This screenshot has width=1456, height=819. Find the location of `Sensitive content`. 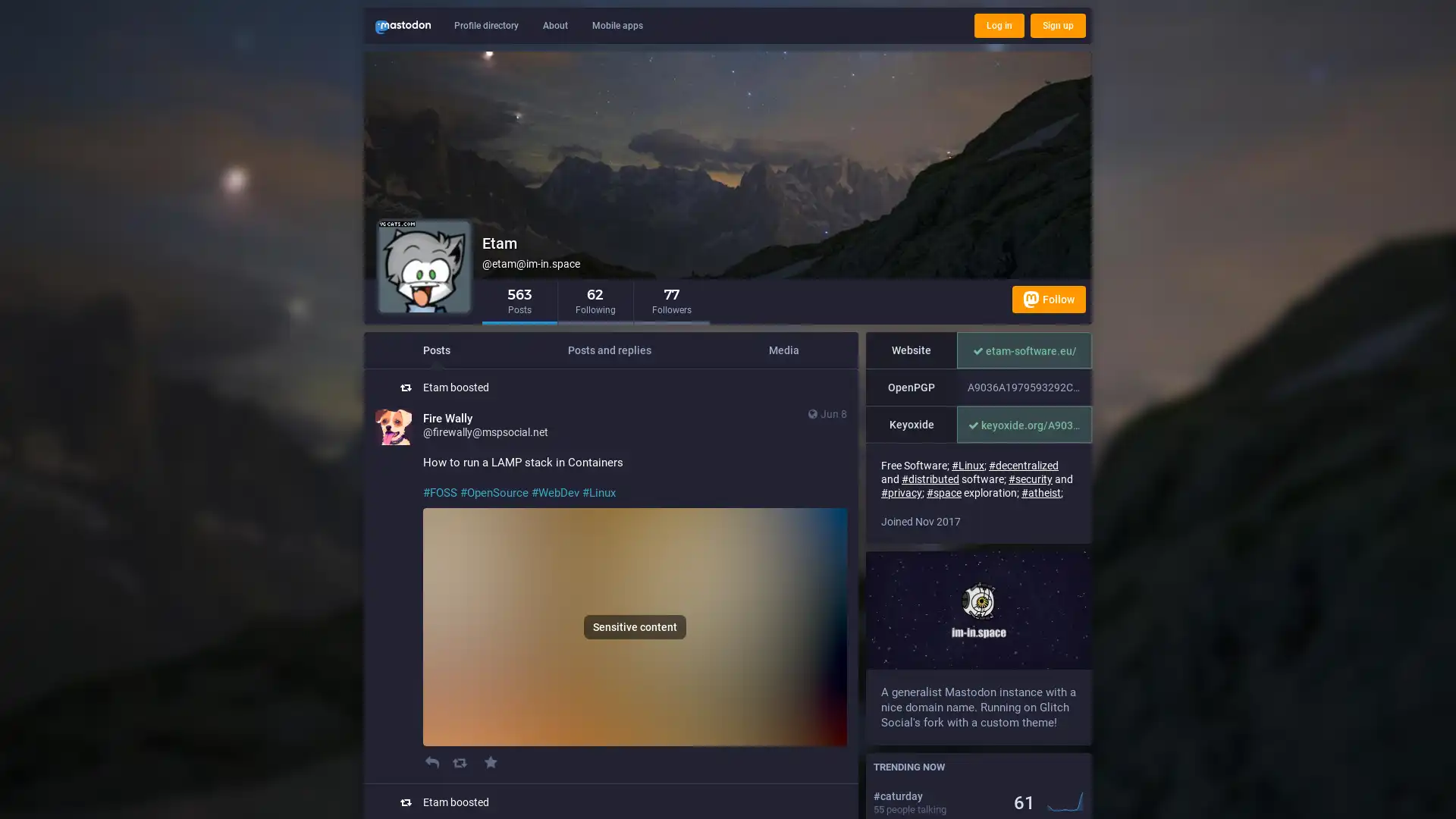

Sensitive content is located at coordinates (635, 626).